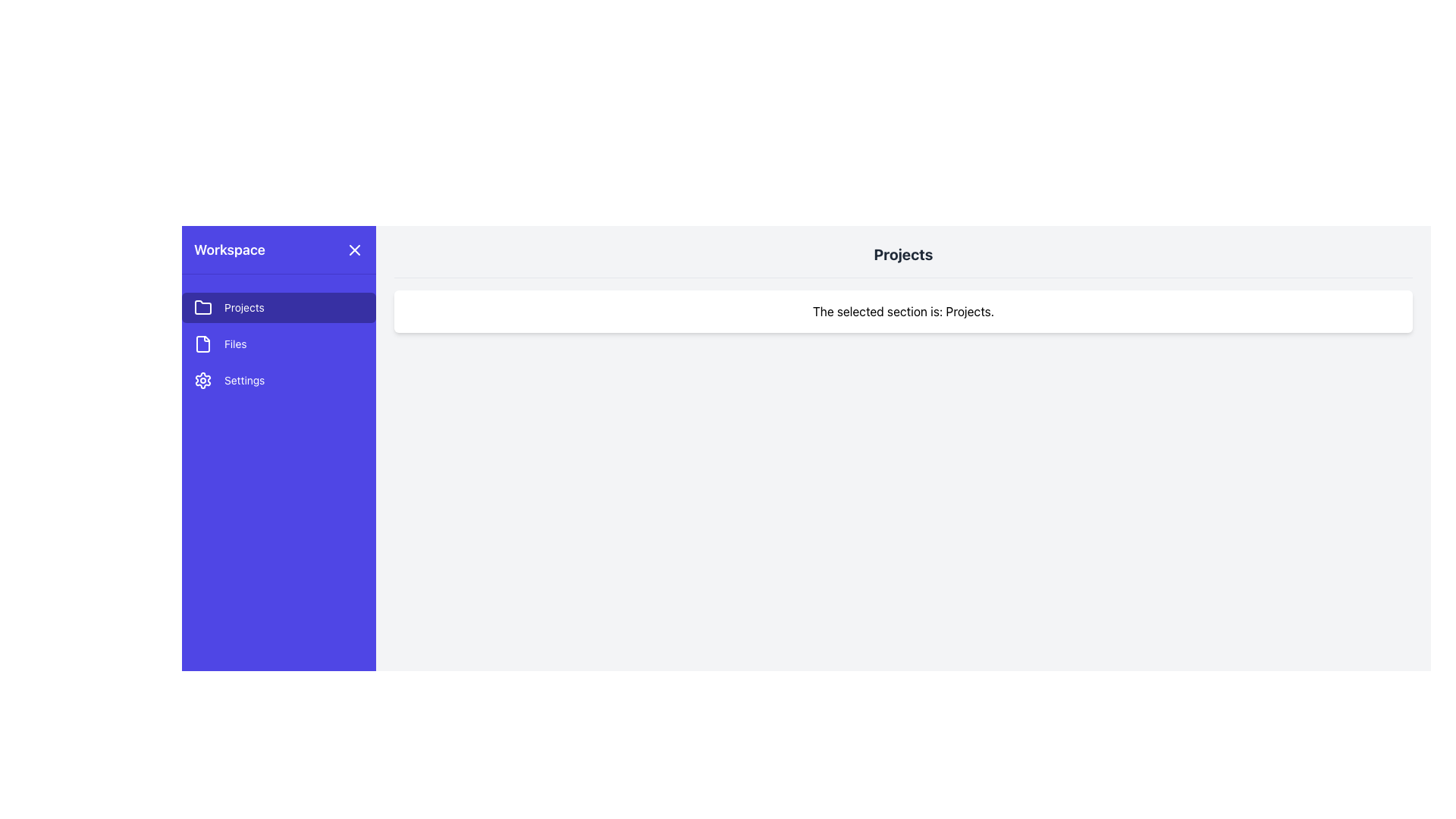 This screenshot has height=819, width=1456. What do you see at coordinates (228, 249) in the screenshot?
I see `text from the bold, large font label displaying 'Workspace' at the top center of the sidebar's header area` at bounding box center [228, 249].